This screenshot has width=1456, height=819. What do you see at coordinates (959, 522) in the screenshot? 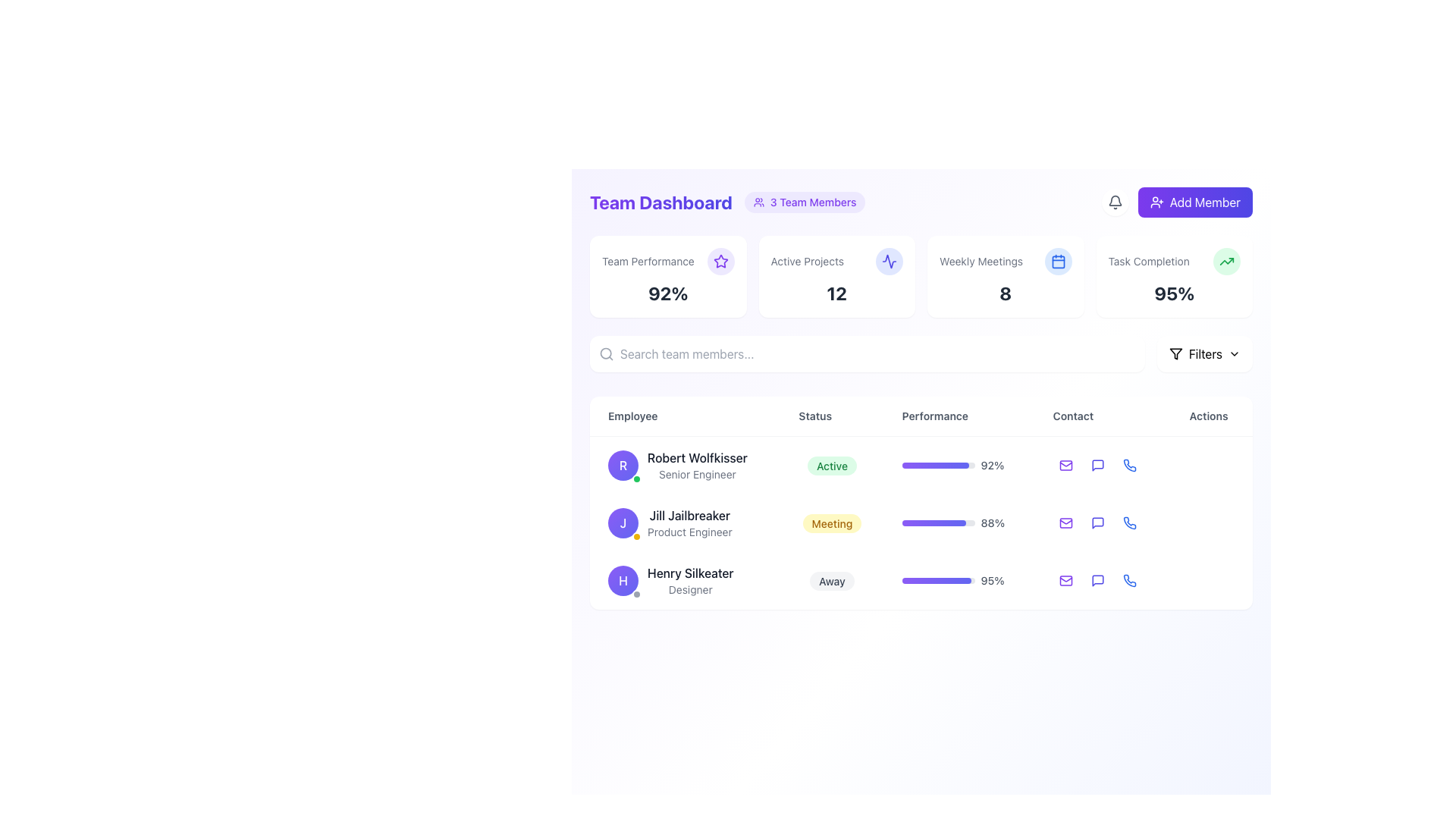
I see `the progress bar in the 'Performance' column of the second row for 'Jill Jailbreaker, Product Engineer' to utilize accessibility tools` at bounding box center [959, 522].